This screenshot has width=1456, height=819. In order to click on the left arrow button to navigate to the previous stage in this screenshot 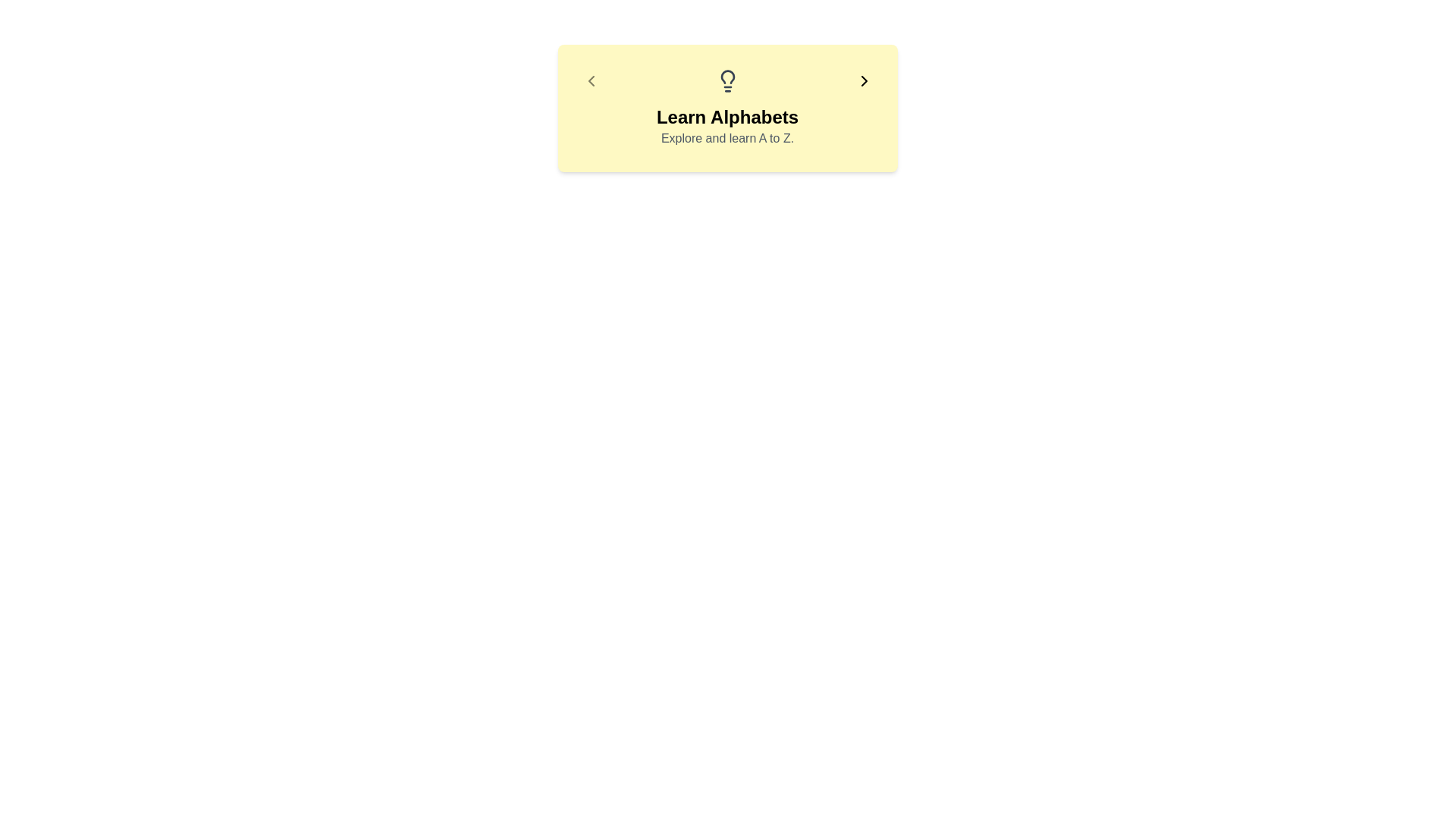, I will do `click(590, 81)`.